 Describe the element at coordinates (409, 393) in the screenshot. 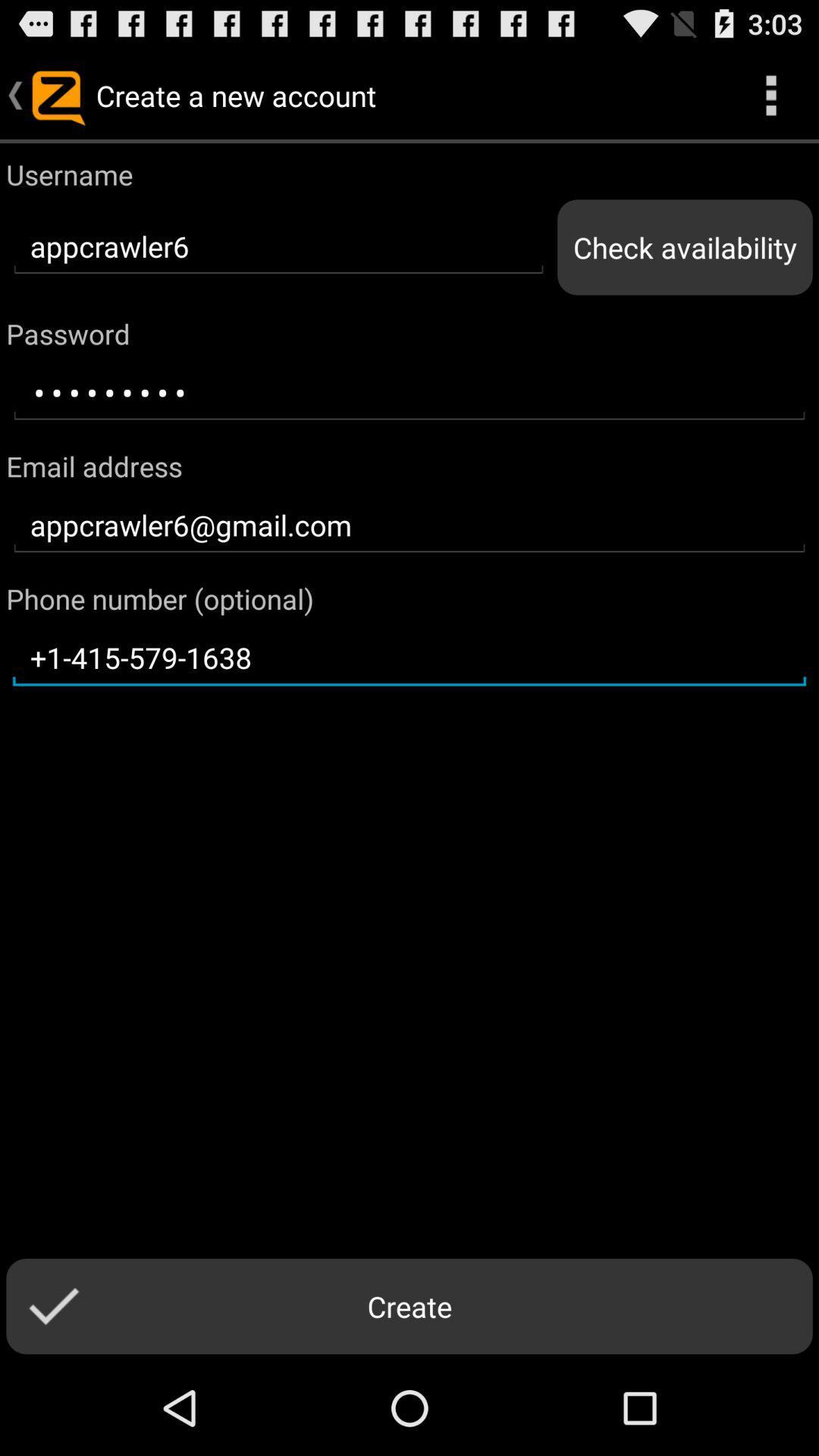

I see `text box below password text` at that location.